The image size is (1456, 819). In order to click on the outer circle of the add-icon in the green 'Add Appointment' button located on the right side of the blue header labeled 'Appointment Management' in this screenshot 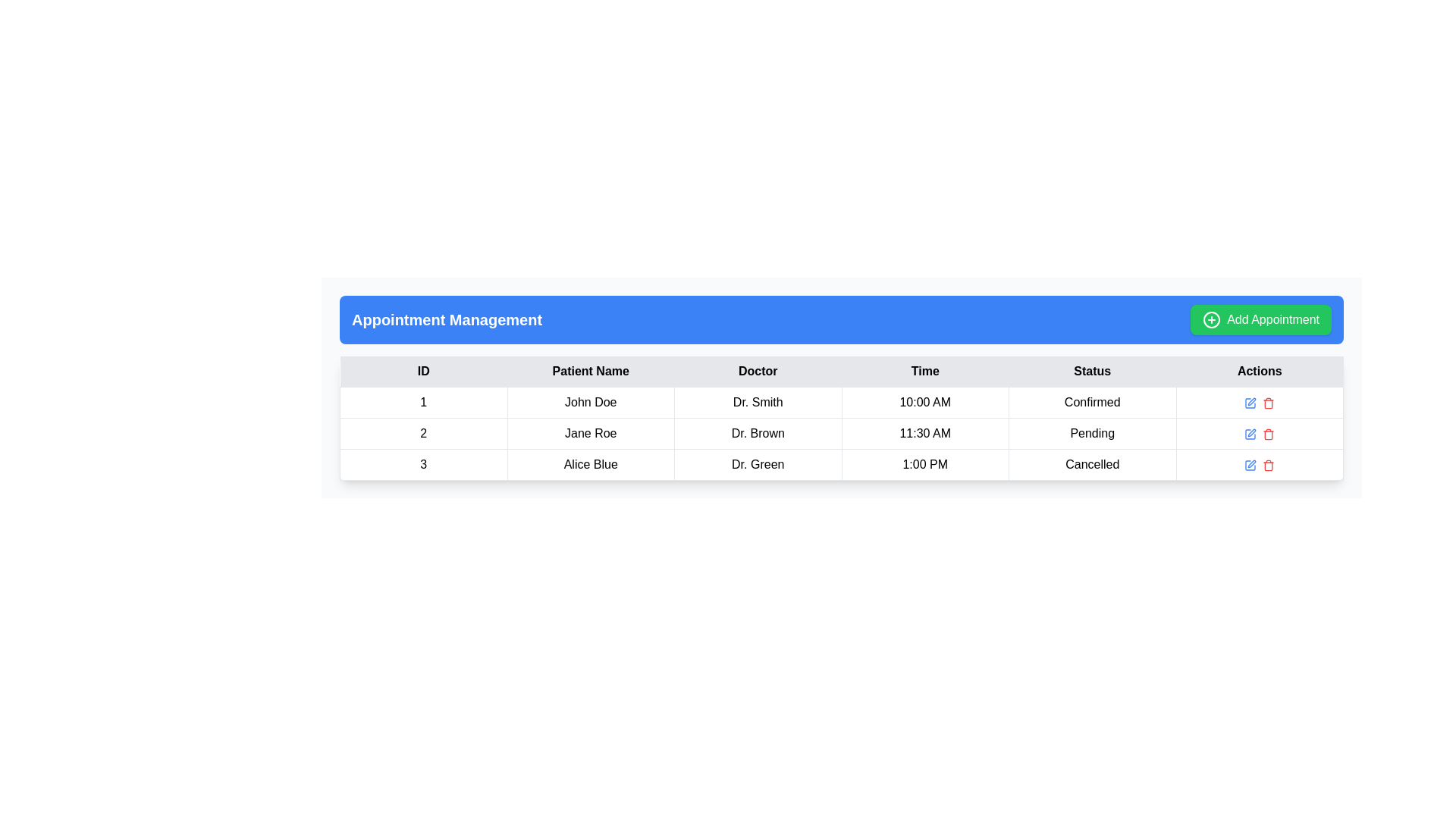, I will do `click(1211, 318)`.